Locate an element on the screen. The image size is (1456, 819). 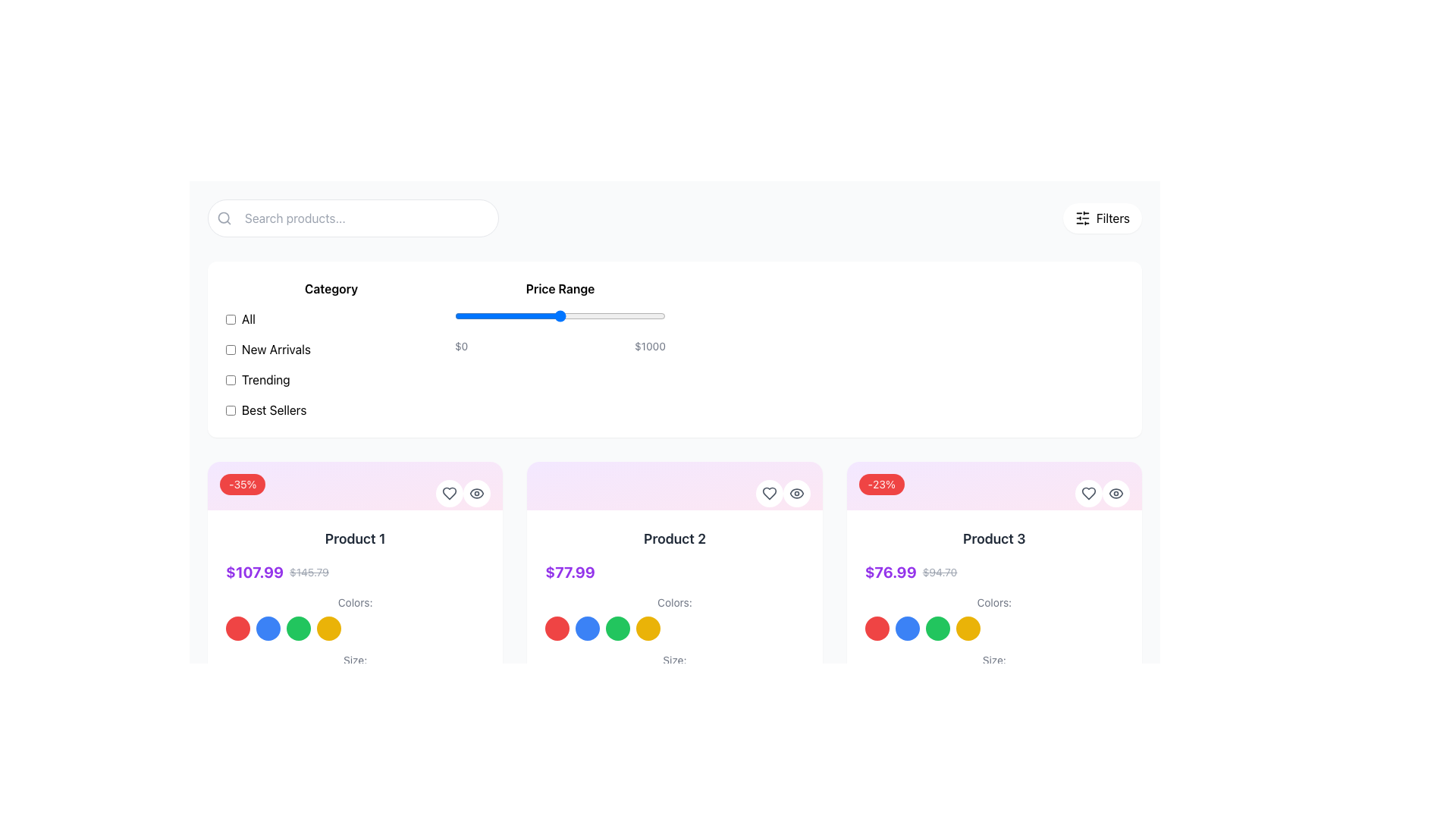
the third green circular radio button in the 'Colors' section of the card for 'Product 2' is located at coordinates (618, 629).